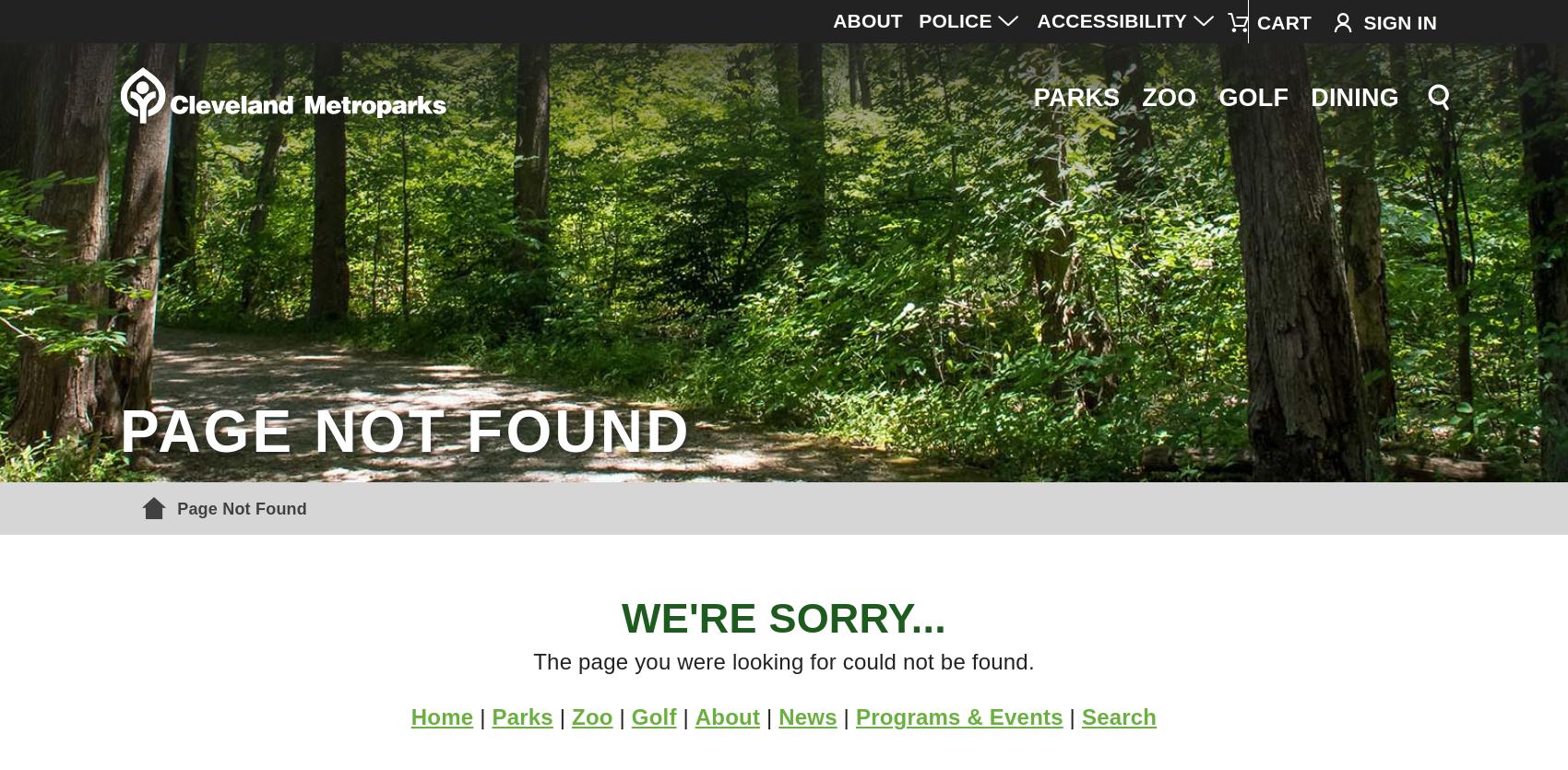 This screenshot has width=1568, height=770. Describe the element at coordinates (653, 716) in the screenshot. I see `'Golf'` at that location.